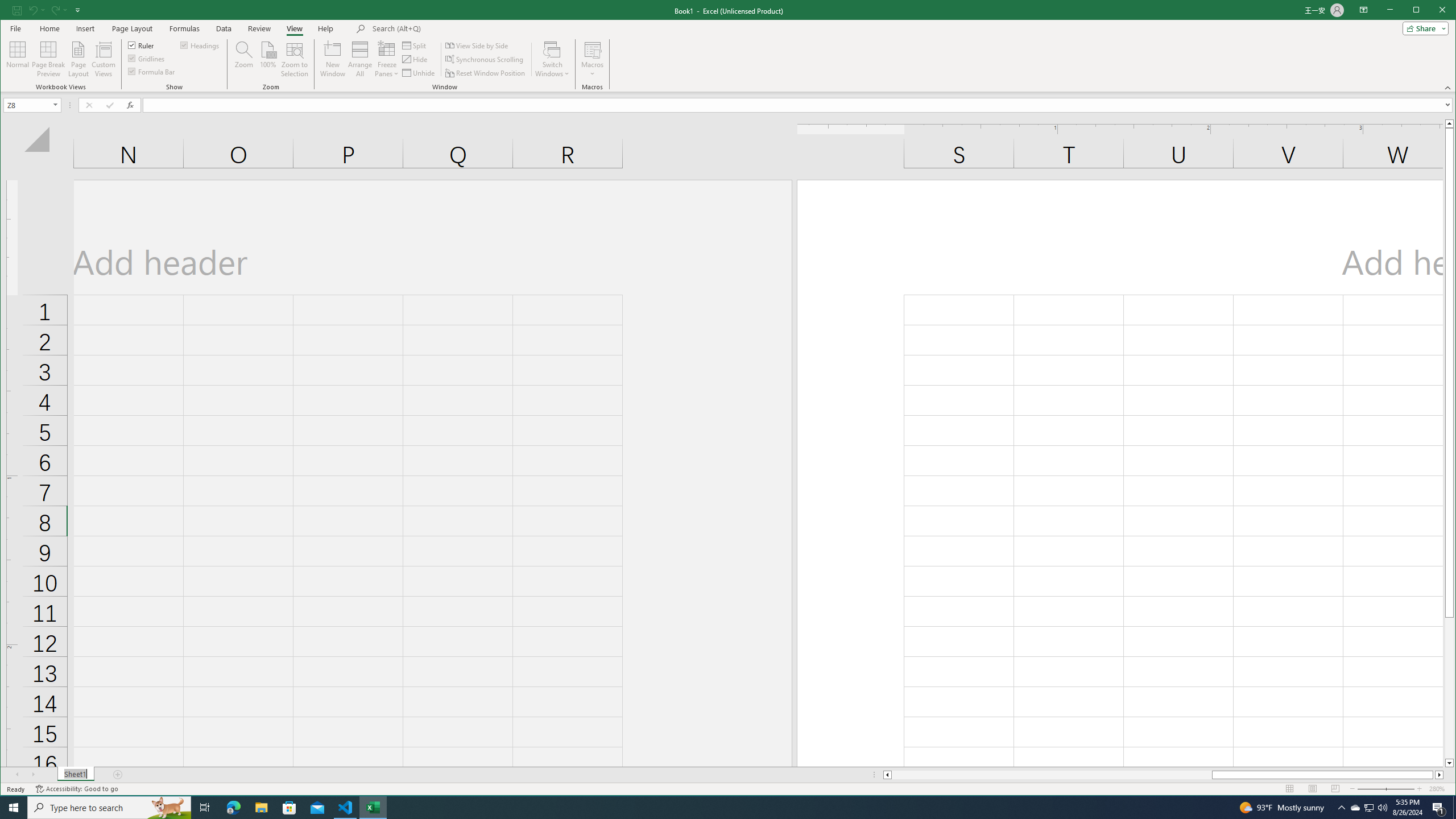  I want to click on 'Hide', so click(415, 59).